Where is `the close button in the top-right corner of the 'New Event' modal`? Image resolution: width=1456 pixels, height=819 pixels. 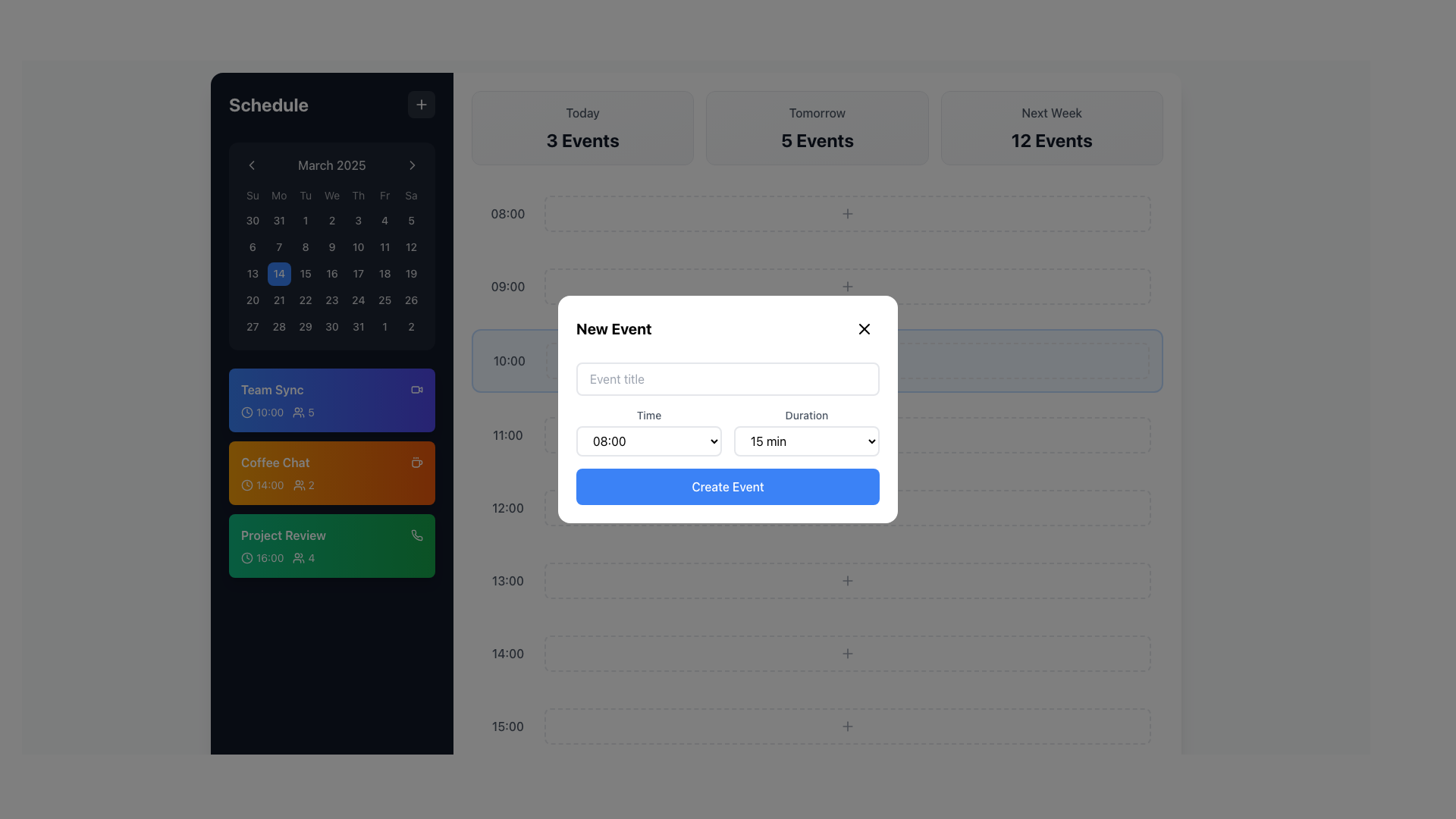 the close button in the top-right corner of the 'New Event' modal is located at coordinates (864, 328).